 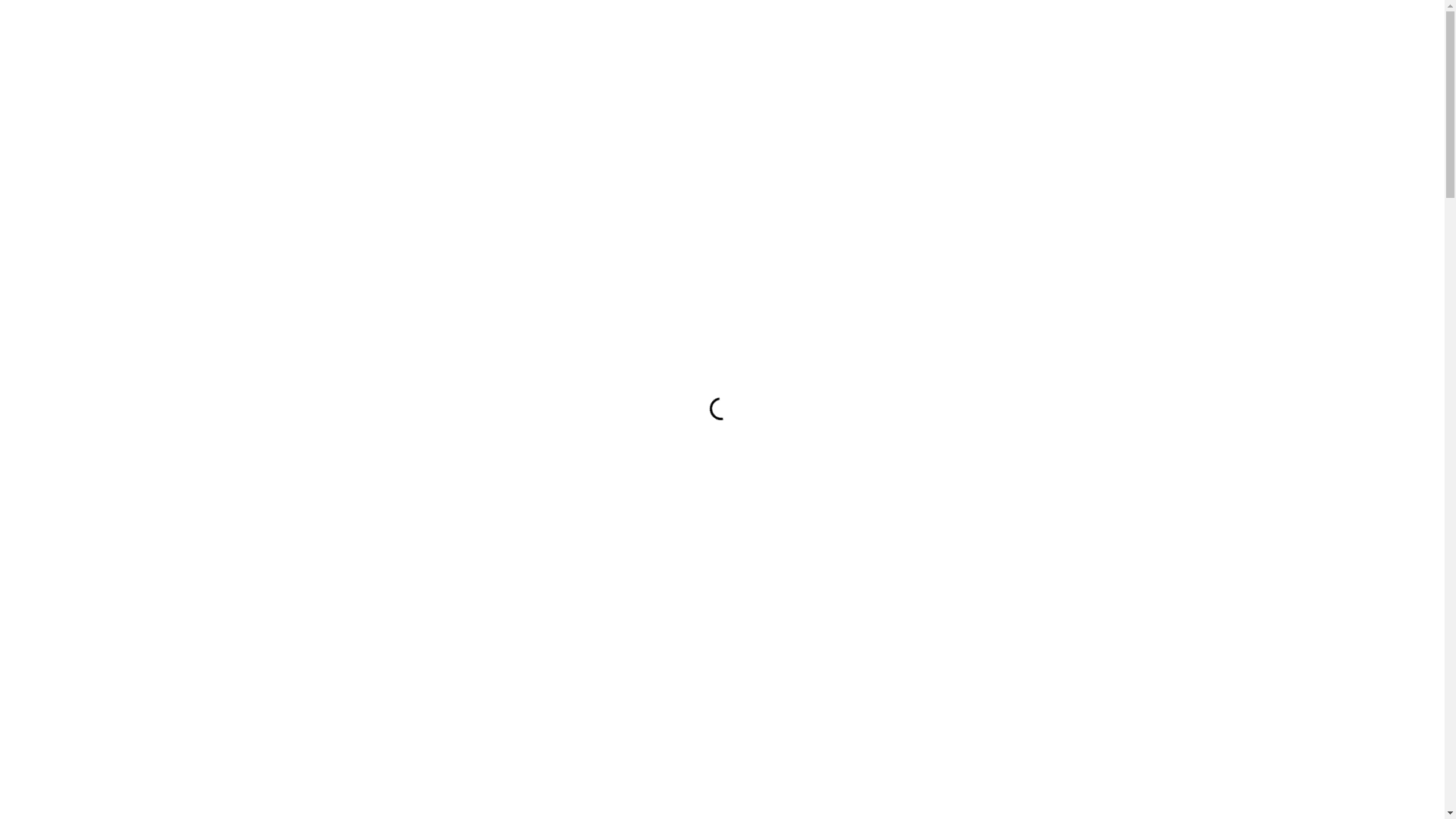 I want to click on 'Kontakt', so click(x=18, y=105).